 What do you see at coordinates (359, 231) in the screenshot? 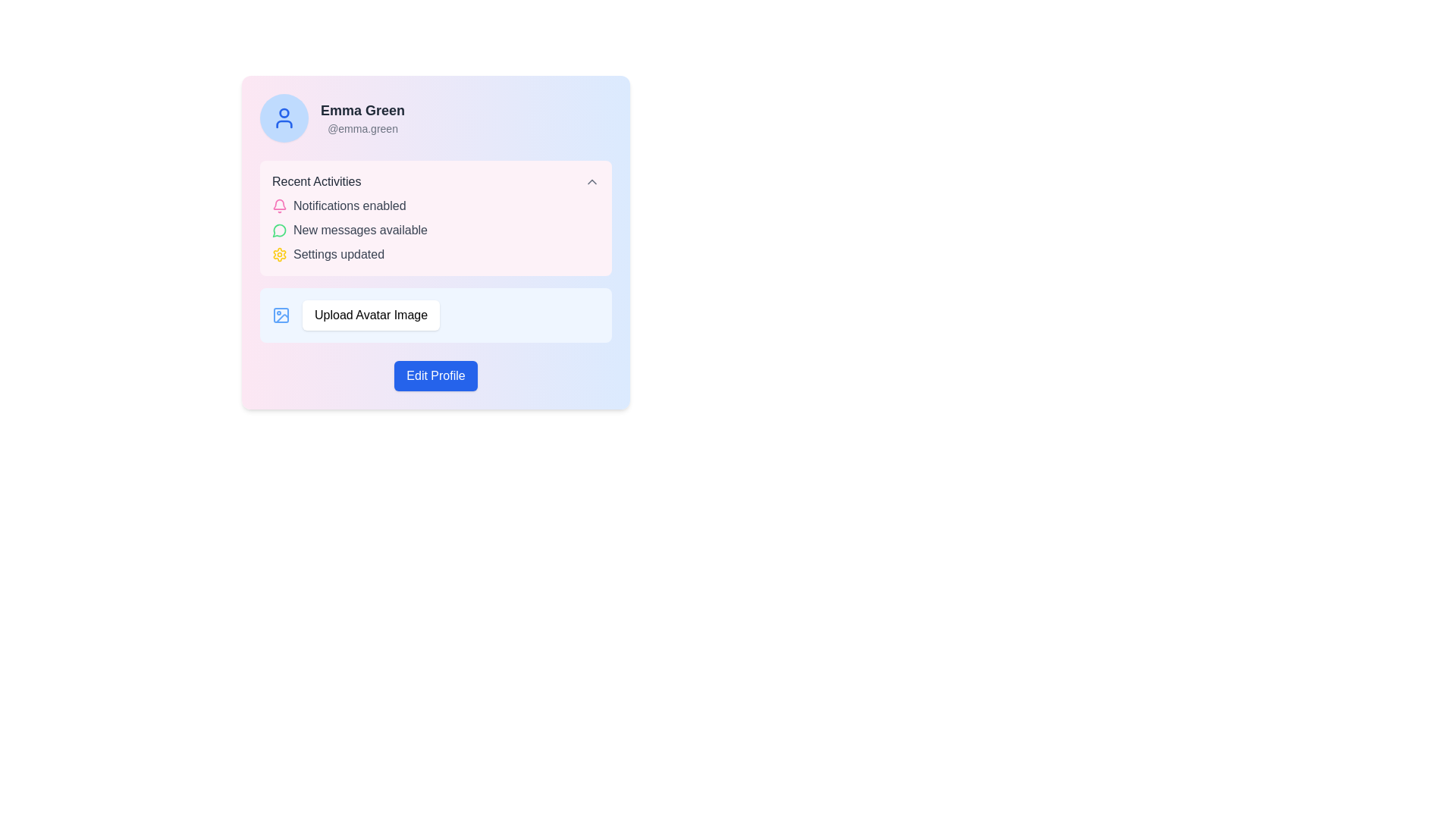
I see `the Text Label that notifies the user about new messages, which is centered horizontally in the notification banner under 'Recent Activities' and positioned to the right of a green icon` at bounding box center [359, 231].